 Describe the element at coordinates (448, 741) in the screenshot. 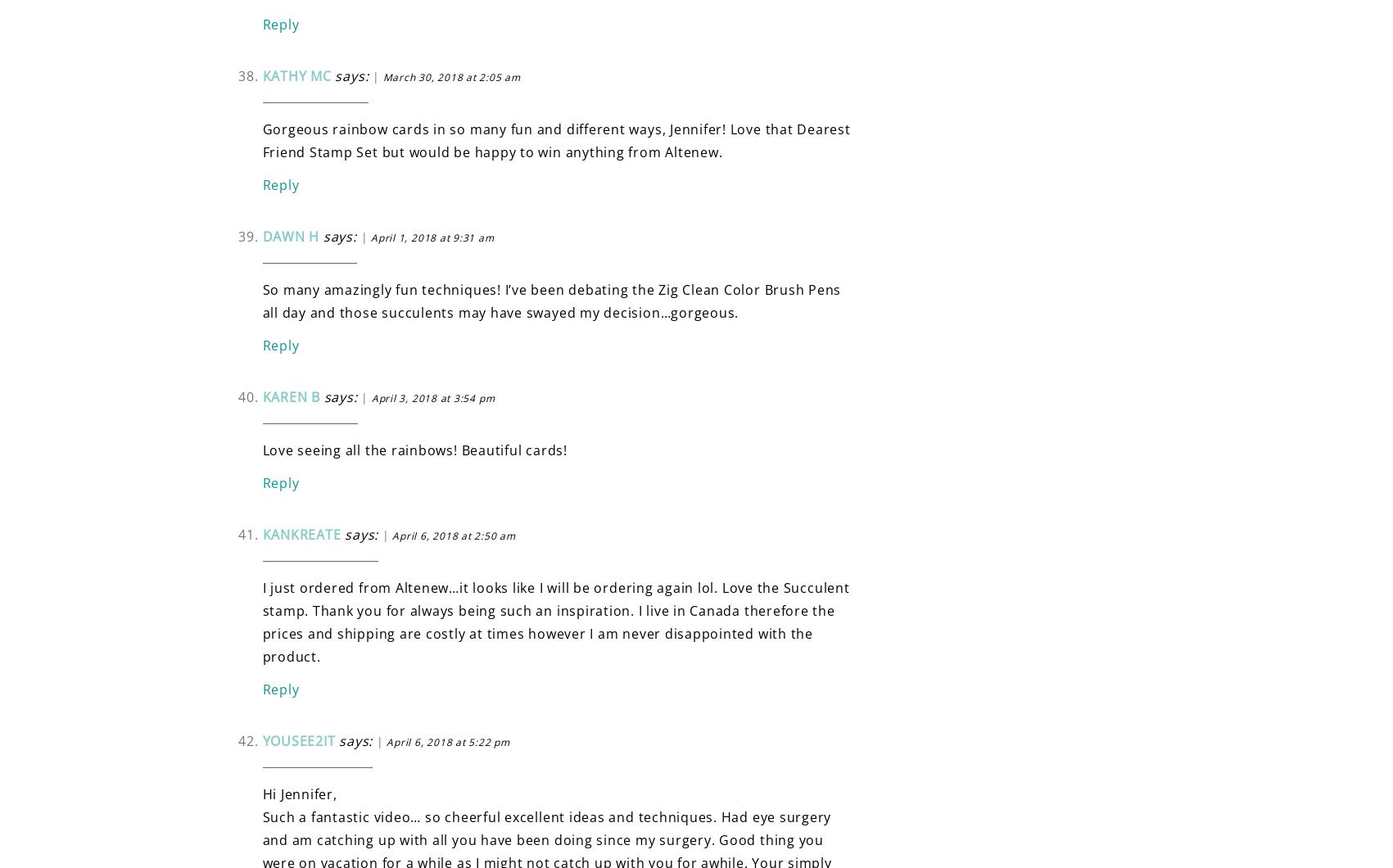

I see `'April 6, 2018 at 5:22 pm'` at that location.